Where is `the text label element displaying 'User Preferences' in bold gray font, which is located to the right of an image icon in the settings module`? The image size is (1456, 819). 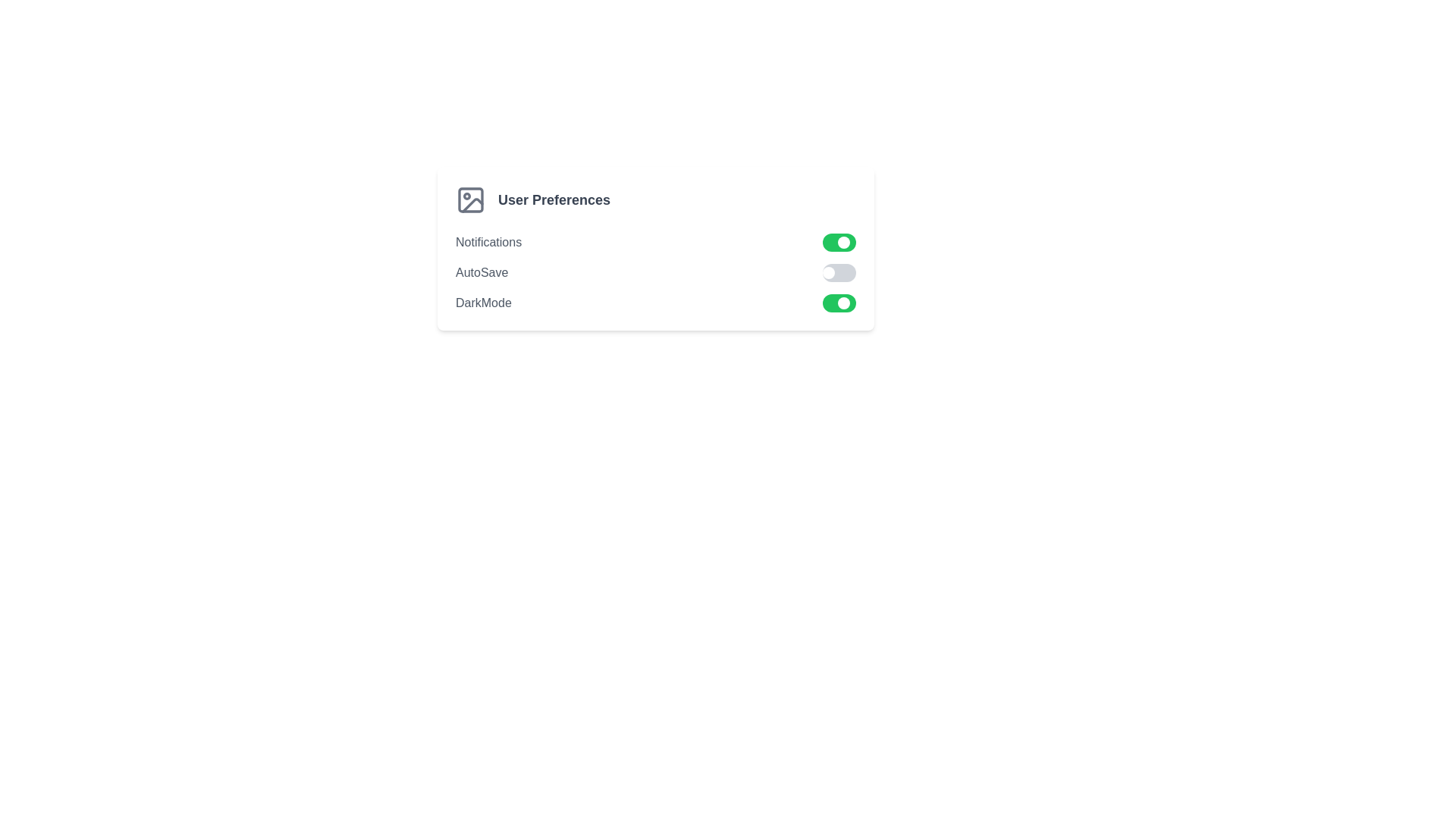
the text label element displaying 'User Preferences' in bold gray font, which is located to the right of an image icon in the settings module is located at coordinates (554, 199).